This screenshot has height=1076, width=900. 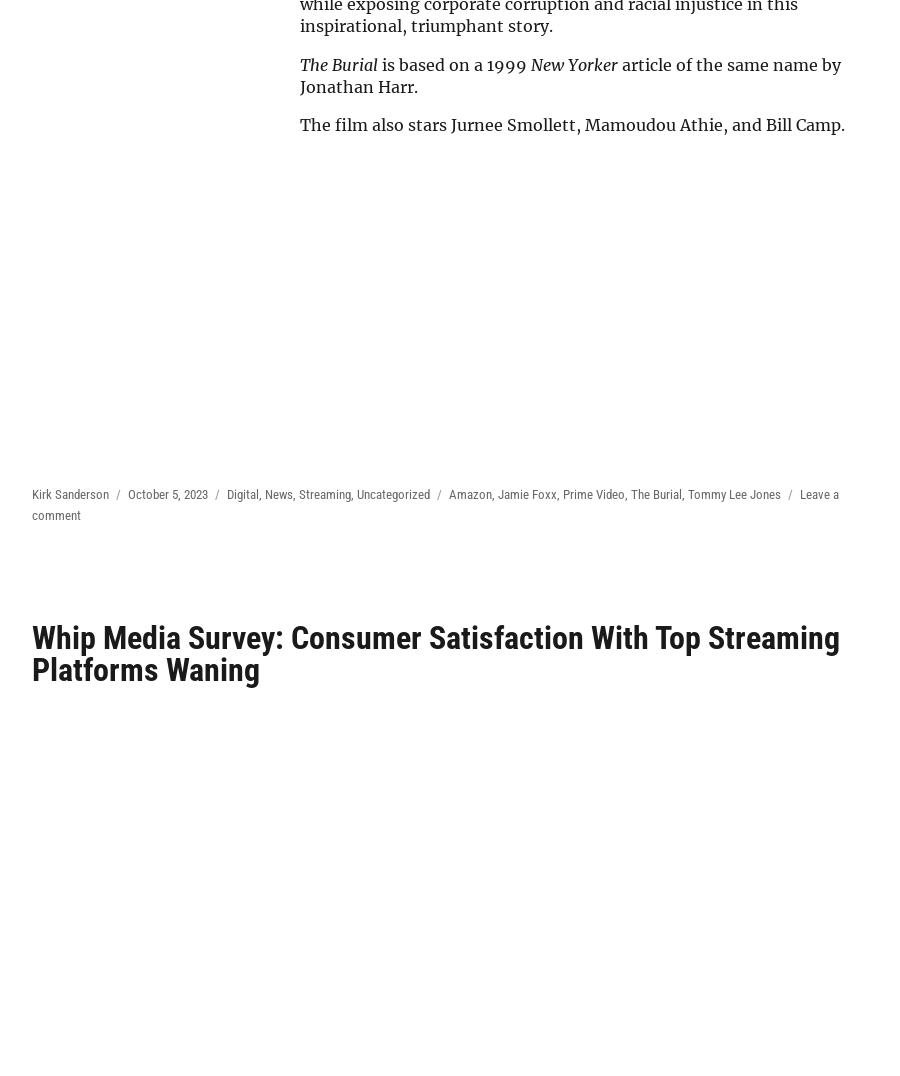 I want to click on 'Whip Media Survey: Consumer Satisfaction With Top Streaming Platforms Waning', so click(x=435, y=652).